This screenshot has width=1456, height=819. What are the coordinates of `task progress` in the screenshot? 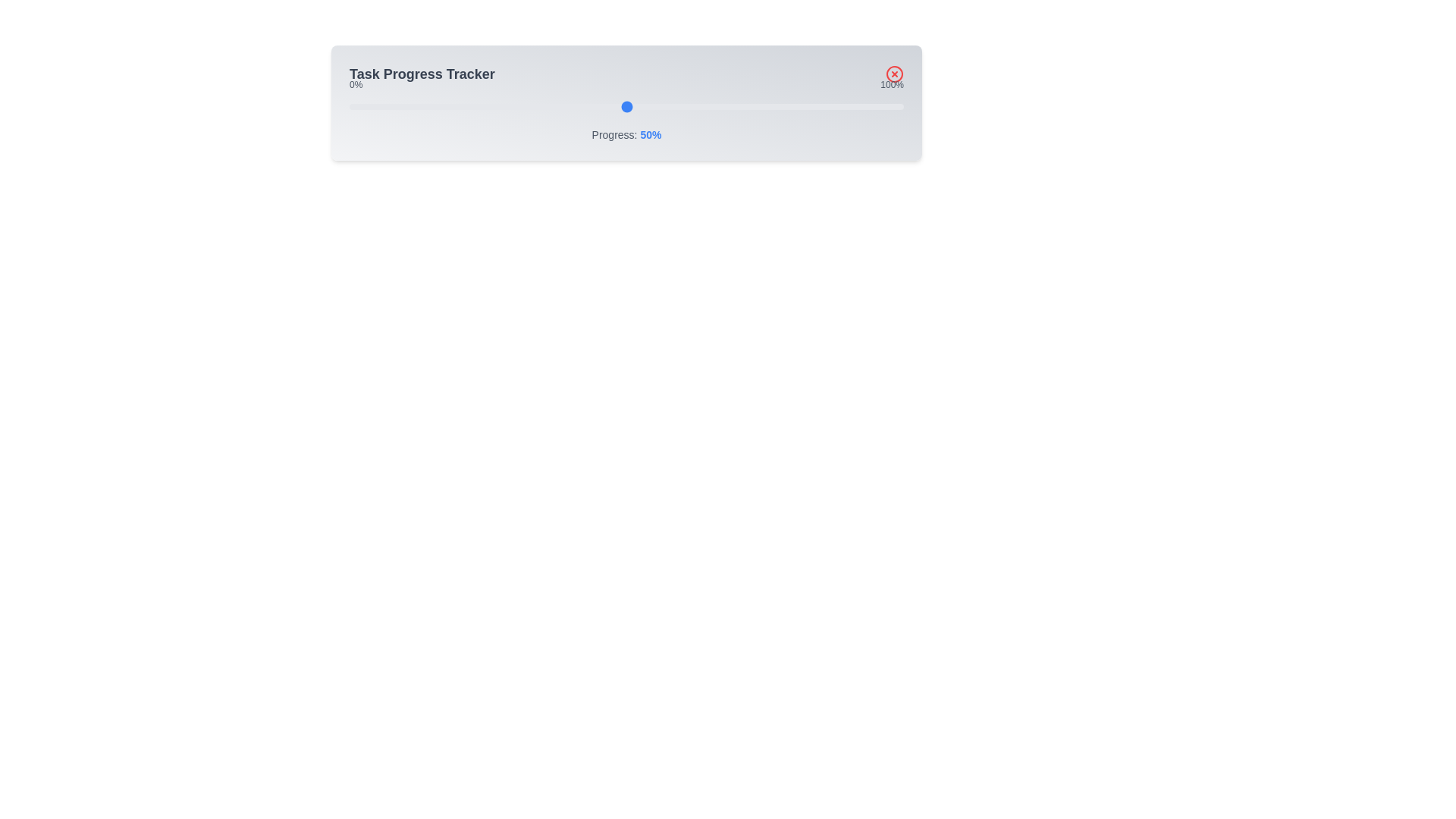 It's located at (709, 106).